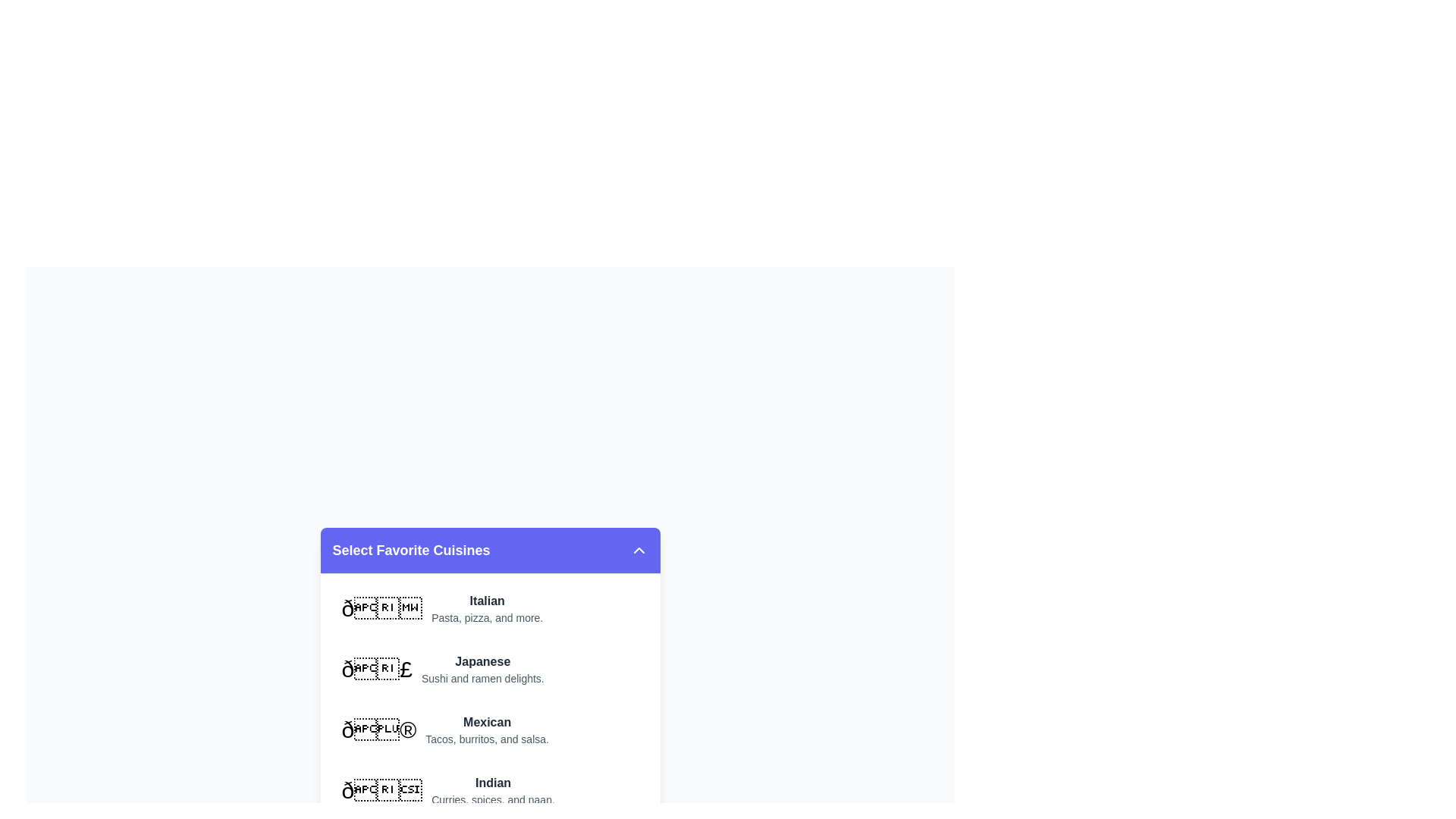 The height and width of the screenshot is (819, 1456). Describe the element at coordinates (487, 617) in the screenshot. I see `the text label that provides additional information related to the cuisine title 'Italian', which is the second line of text in the Select Favorite Cuisines section` at that location.